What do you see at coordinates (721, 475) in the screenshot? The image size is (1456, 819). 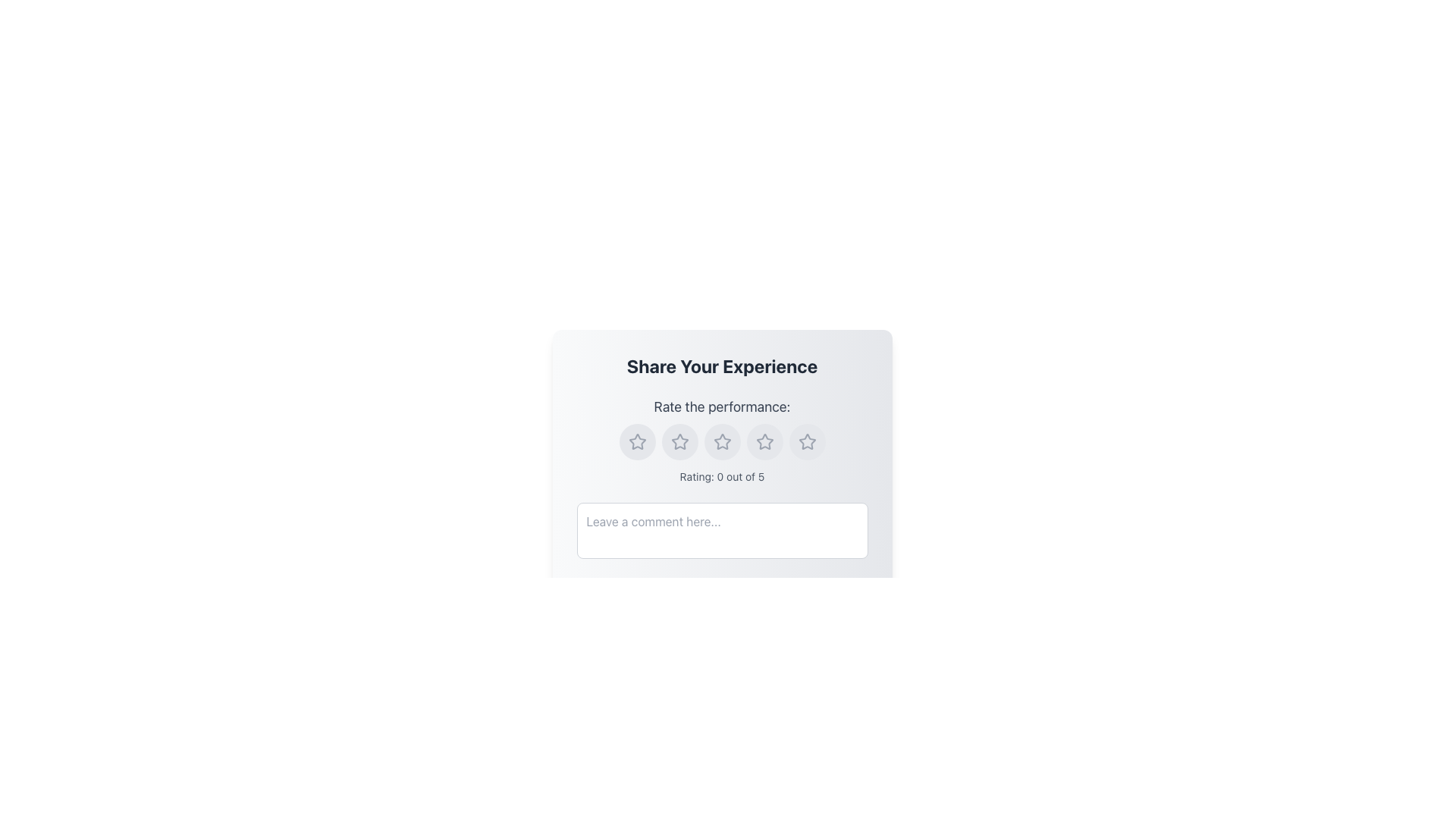 I see `the Informational Label that displays the current rating value, which is centrally located below the star icons and above the comment input field` at bounding box center [721, 475].